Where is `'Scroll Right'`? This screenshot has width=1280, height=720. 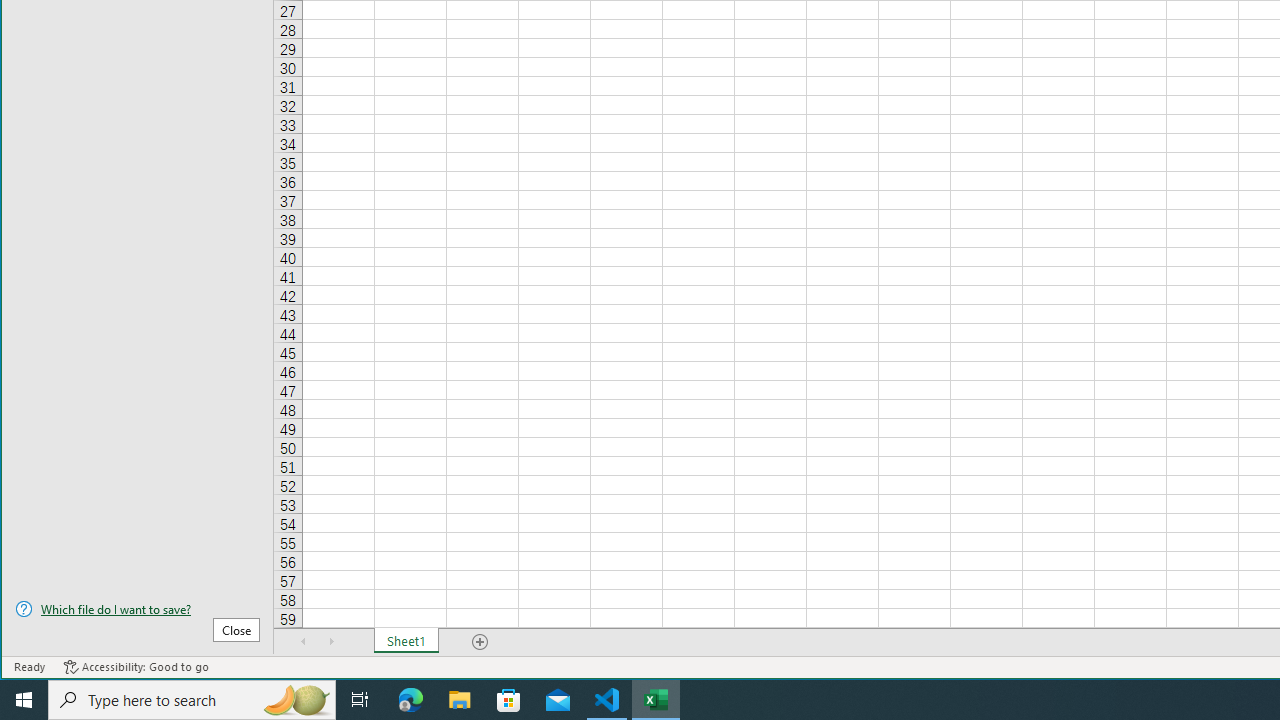 'Scroll Right' is located at coordinates (331, 641).